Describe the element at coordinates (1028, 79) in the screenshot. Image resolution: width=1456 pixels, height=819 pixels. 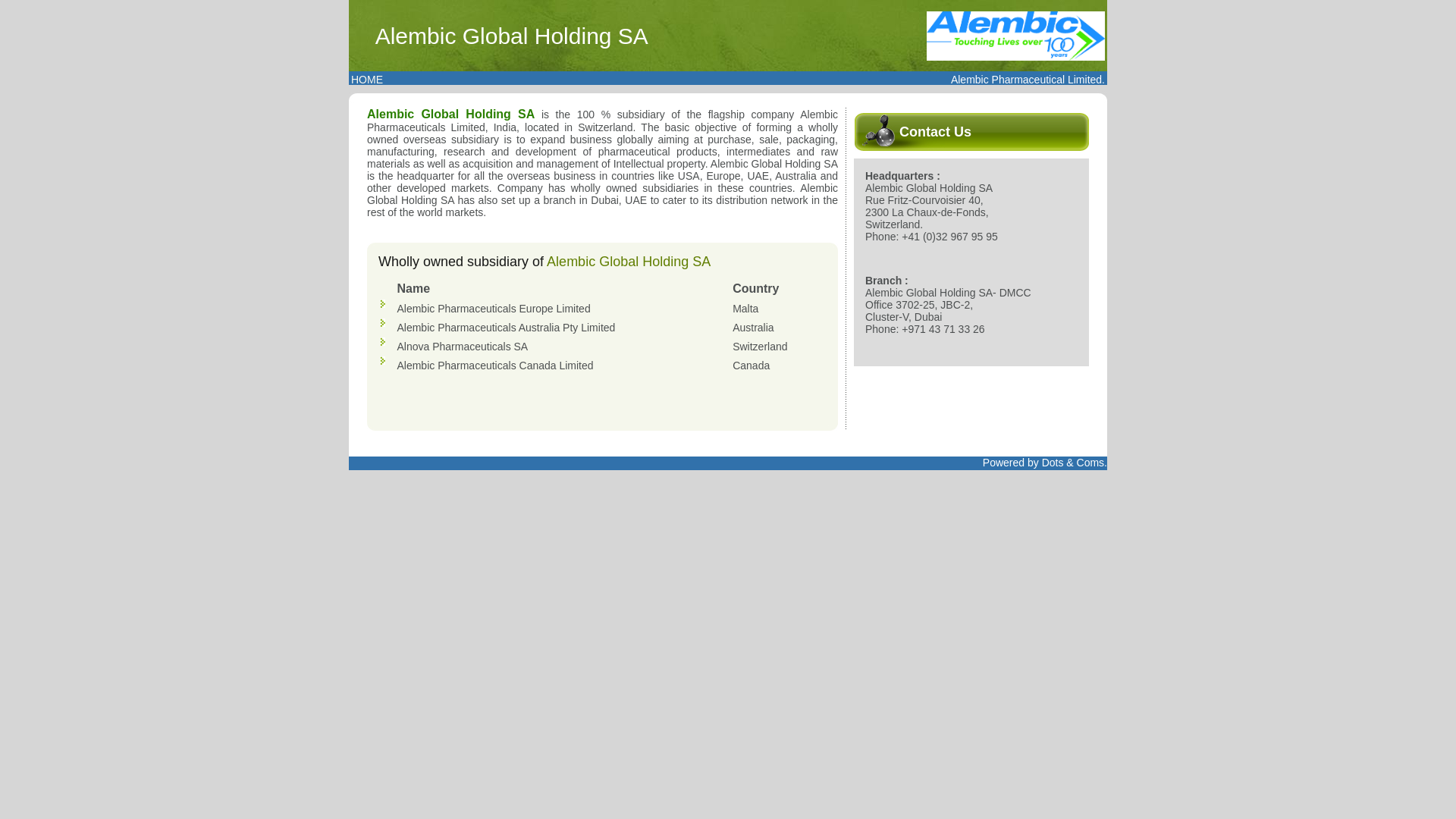
I see `'Alembic Pharmaceutical Limited.'` at that location.